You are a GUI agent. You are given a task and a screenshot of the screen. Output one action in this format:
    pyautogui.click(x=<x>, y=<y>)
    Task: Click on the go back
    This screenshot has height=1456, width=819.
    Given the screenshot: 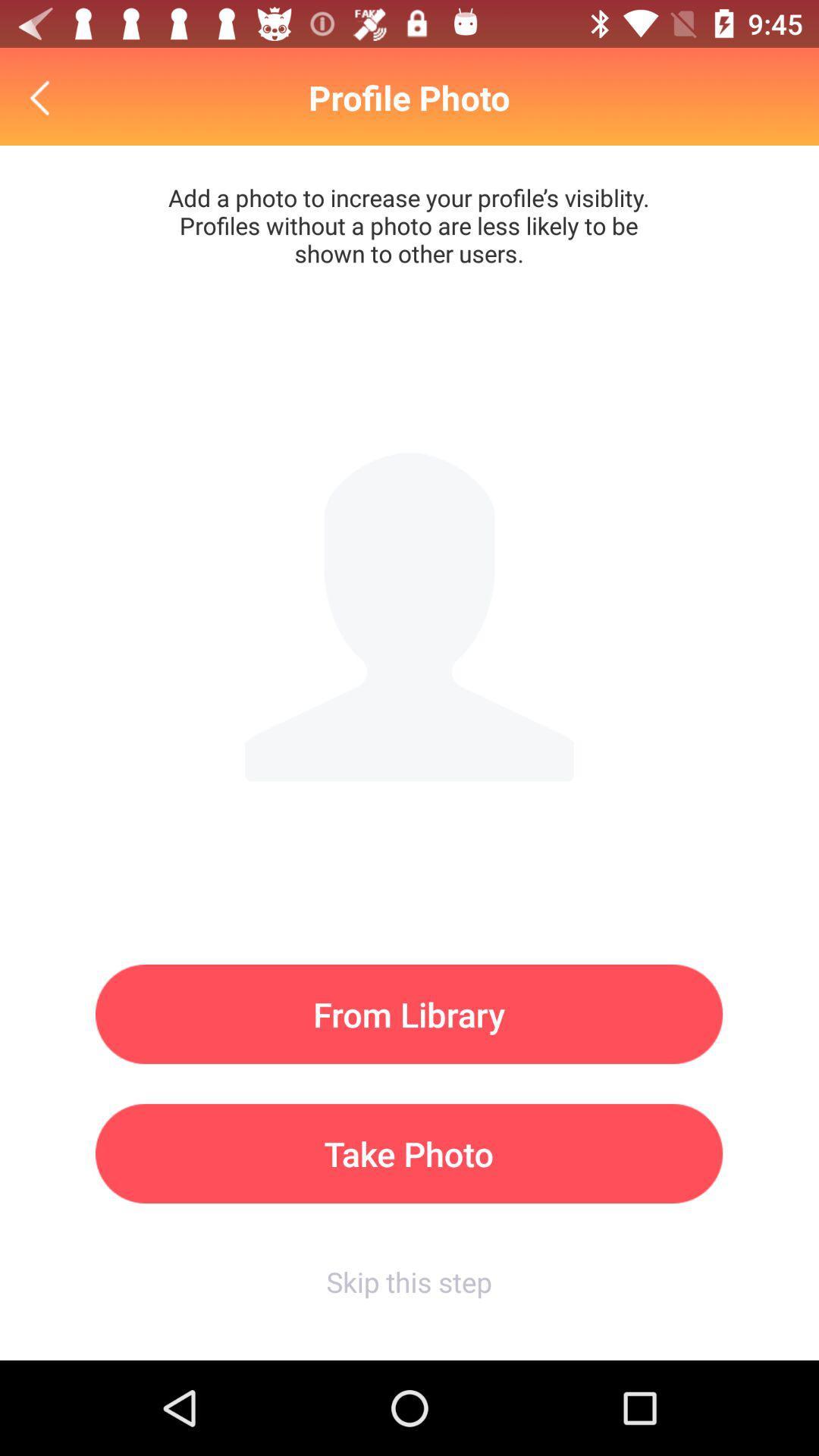 What is the action you would take?
    pyautogui.click(x=42, y=97)
    